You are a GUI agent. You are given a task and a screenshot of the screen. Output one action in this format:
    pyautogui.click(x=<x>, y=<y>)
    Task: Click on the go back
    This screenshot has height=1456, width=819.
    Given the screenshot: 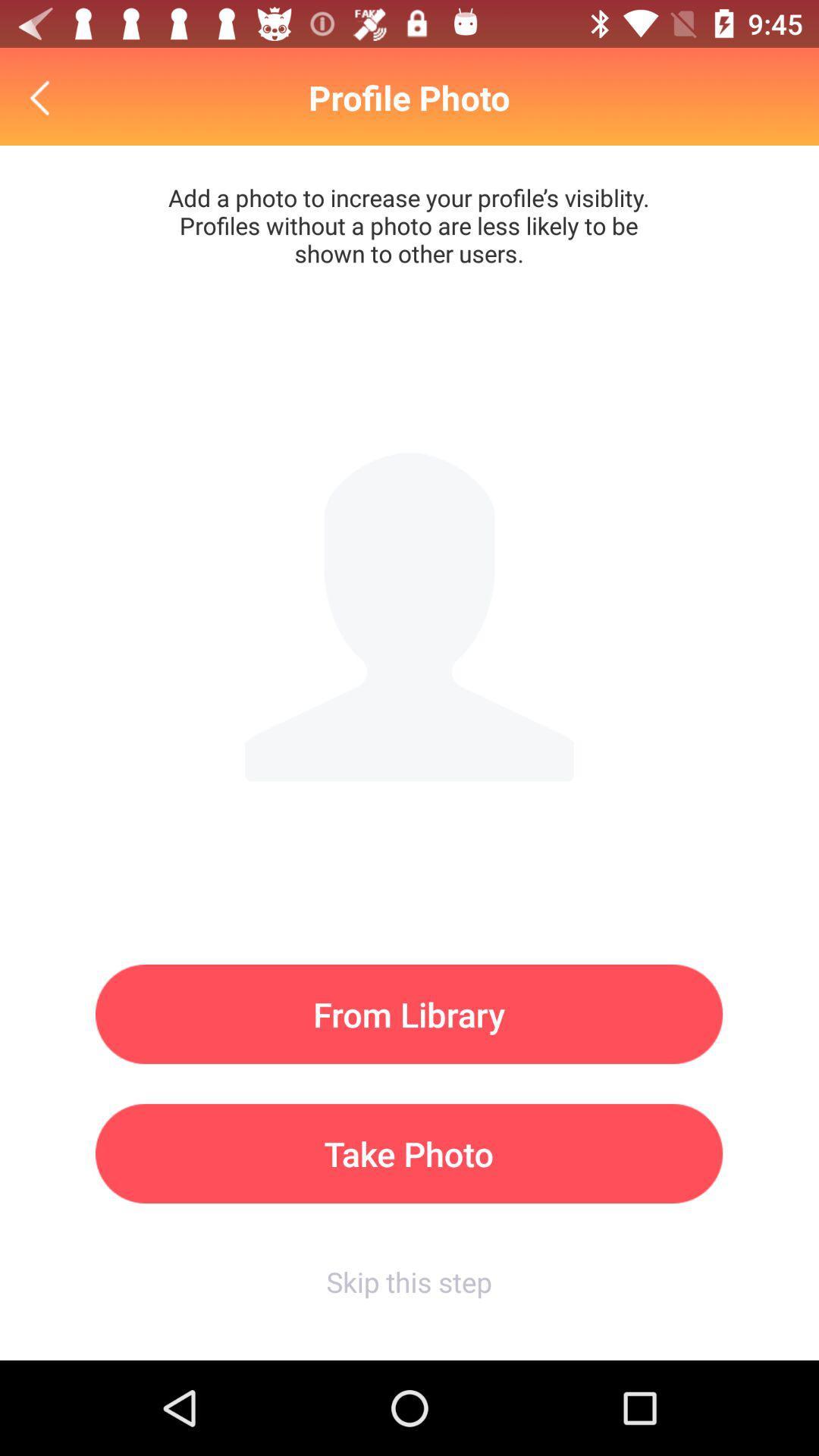 What is the action you would take?
    pyautogui.click(x=42, y=97)
    